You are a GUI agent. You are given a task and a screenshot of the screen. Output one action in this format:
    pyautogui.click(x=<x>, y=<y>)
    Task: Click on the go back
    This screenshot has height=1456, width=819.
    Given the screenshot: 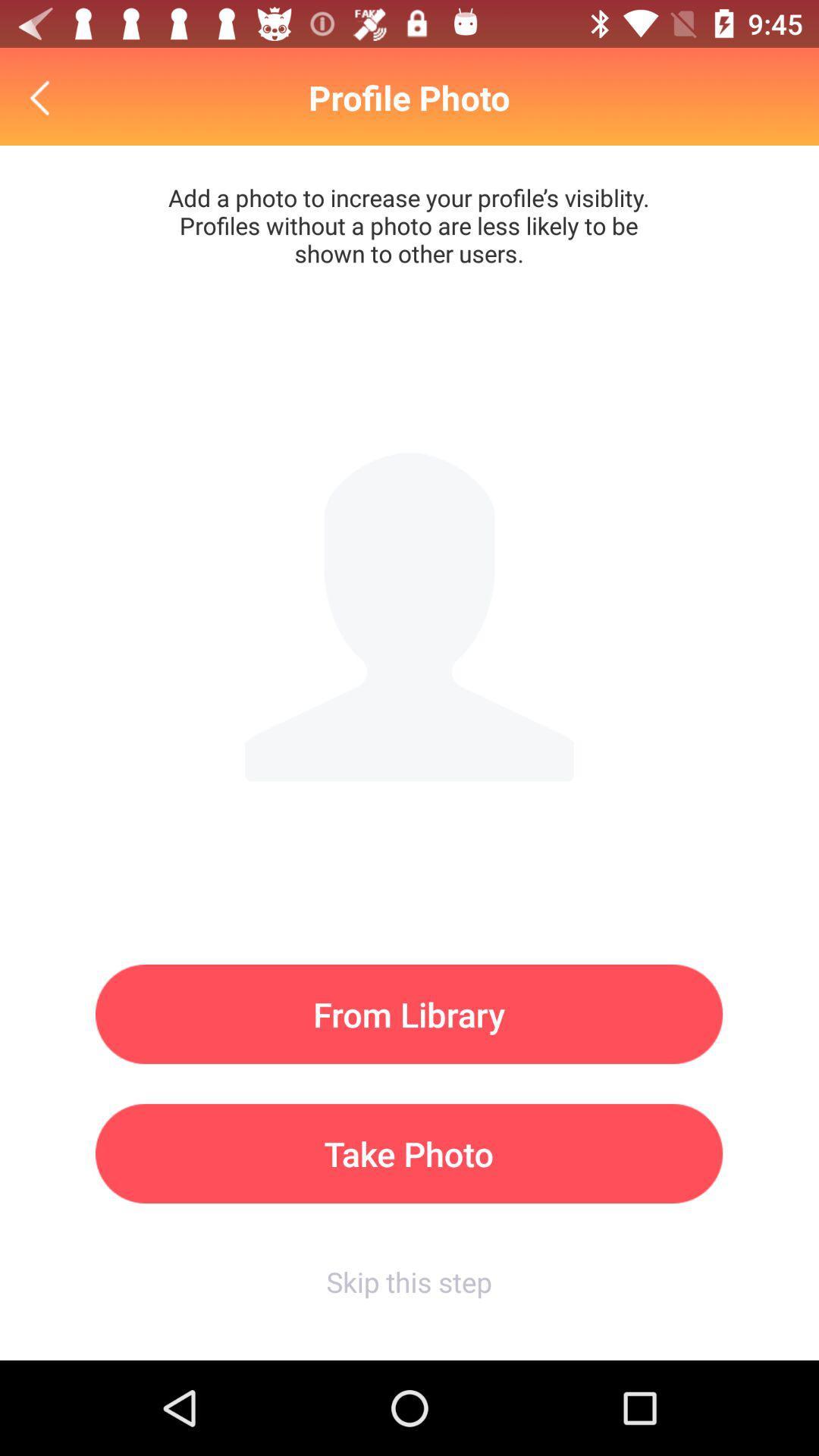 What is the action you would take?
    pyautogui.click(x=42, y=97)
    